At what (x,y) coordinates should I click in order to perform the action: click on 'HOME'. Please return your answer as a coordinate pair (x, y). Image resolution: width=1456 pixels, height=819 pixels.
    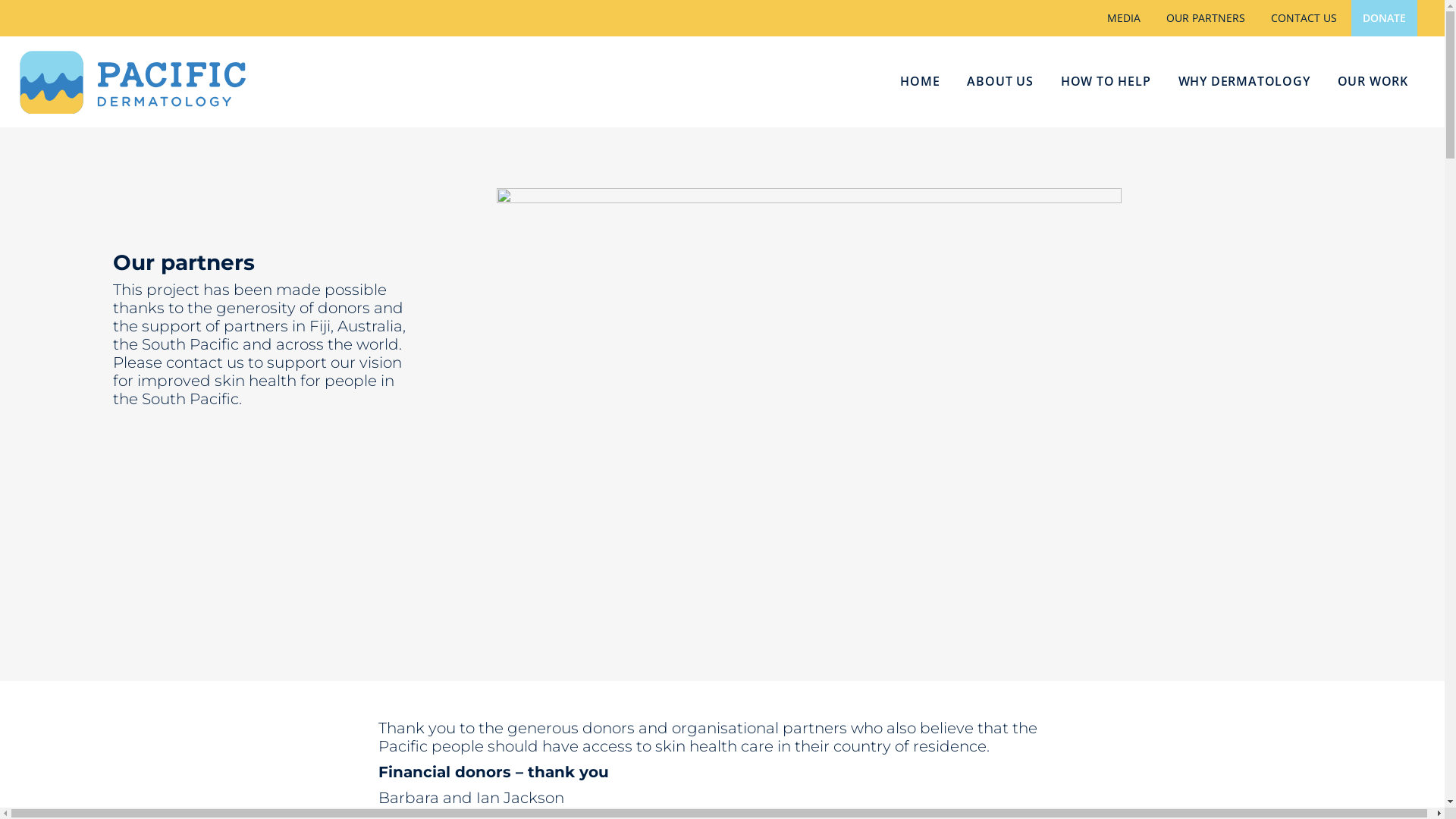
    Looking at the image, I should click on (919, 82).